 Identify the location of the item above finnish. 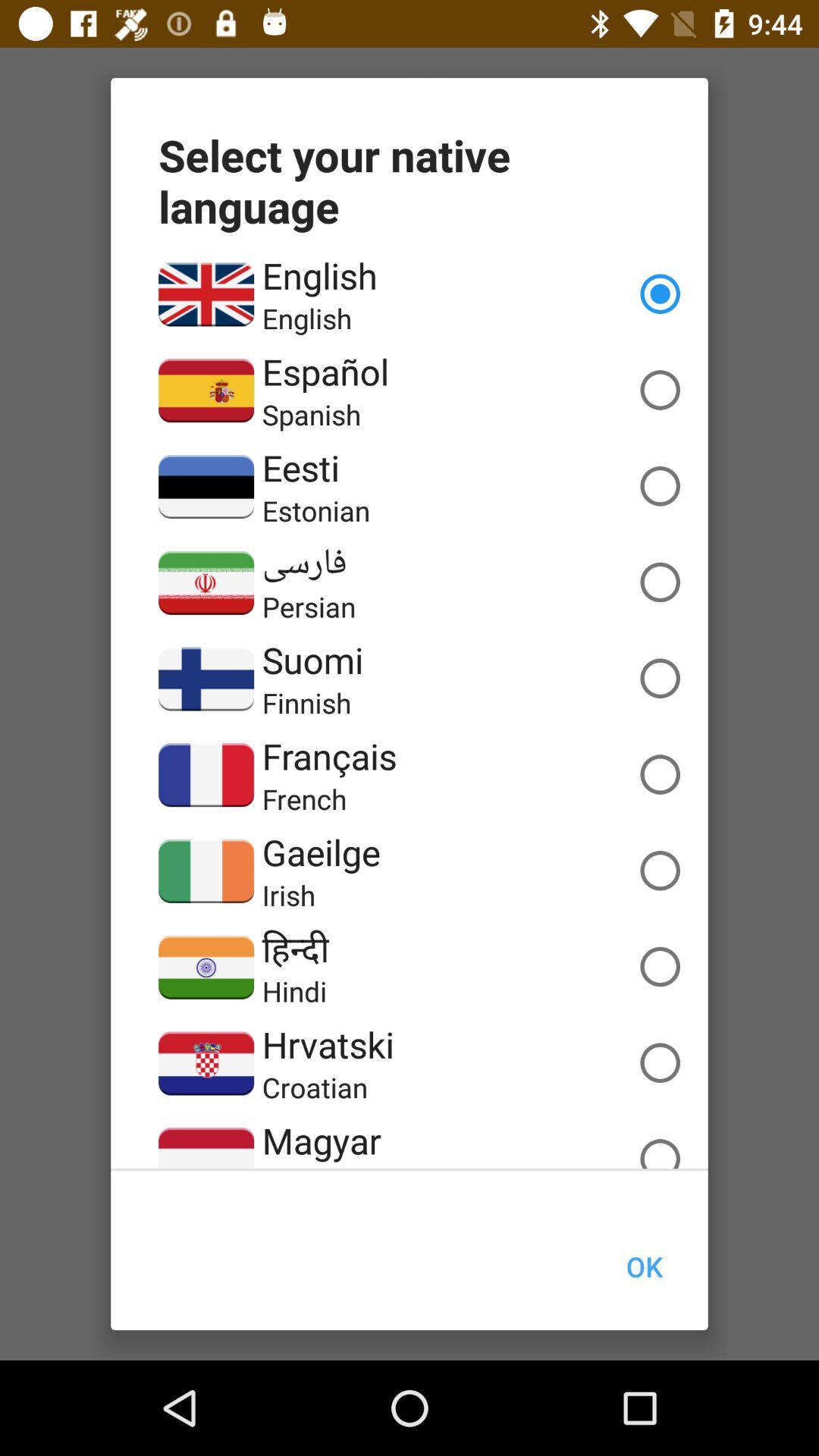
(312, 660).